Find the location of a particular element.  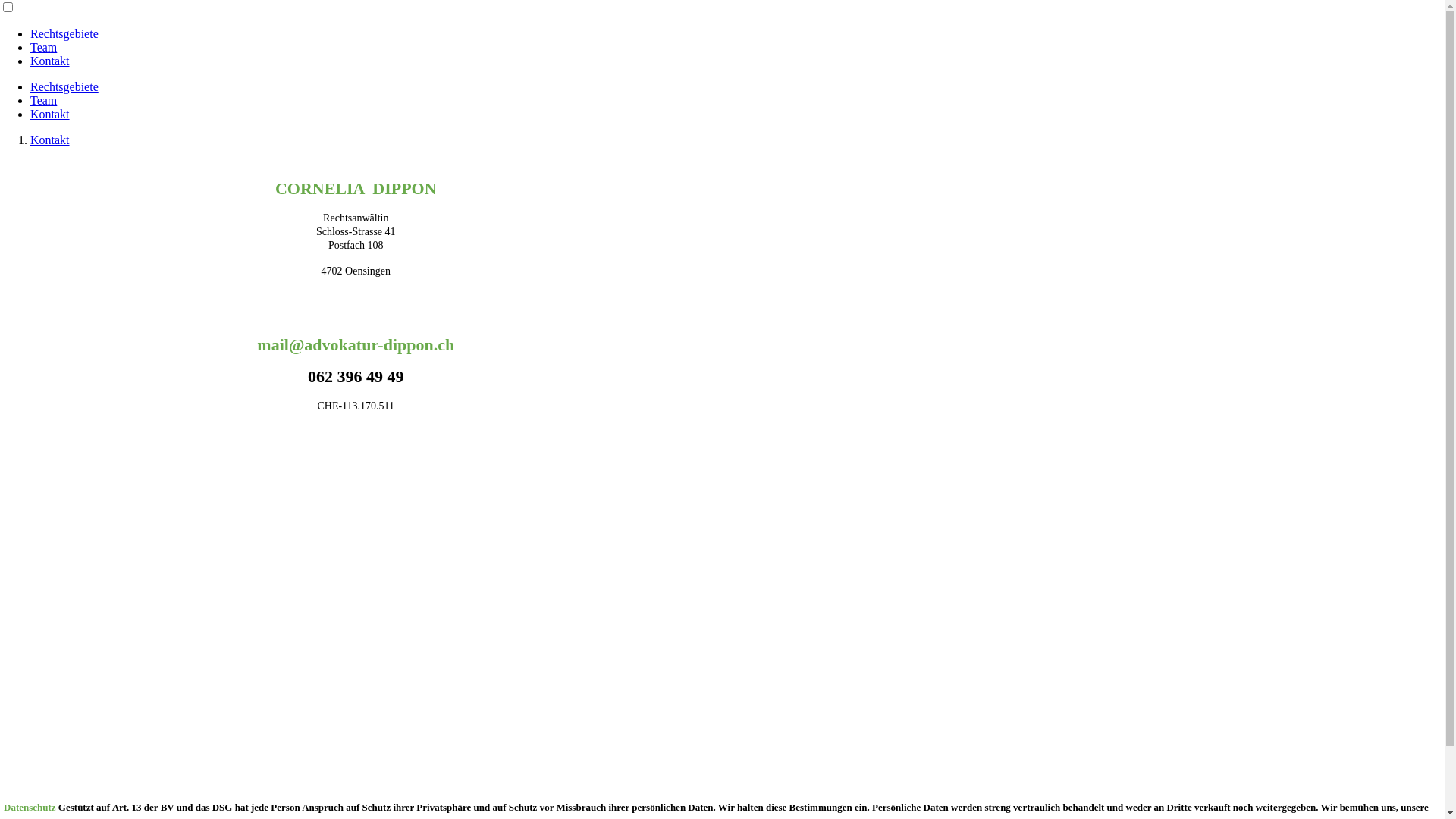

'Team' is located at coordinates (30, 100).